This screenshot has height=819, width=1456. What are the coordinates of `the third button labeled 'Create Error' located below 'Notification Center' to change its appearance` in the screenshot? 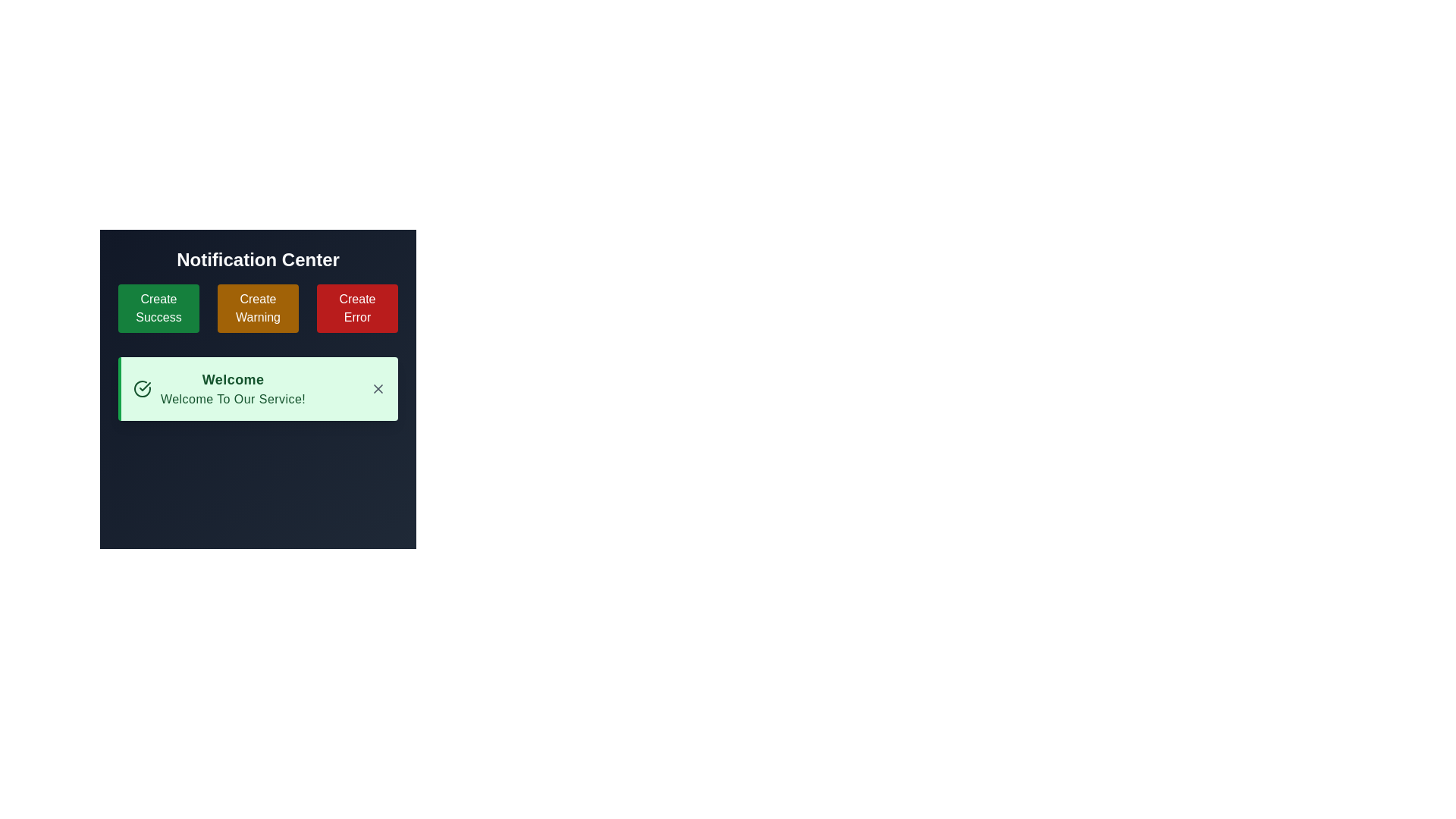 It's located at (356, 308).